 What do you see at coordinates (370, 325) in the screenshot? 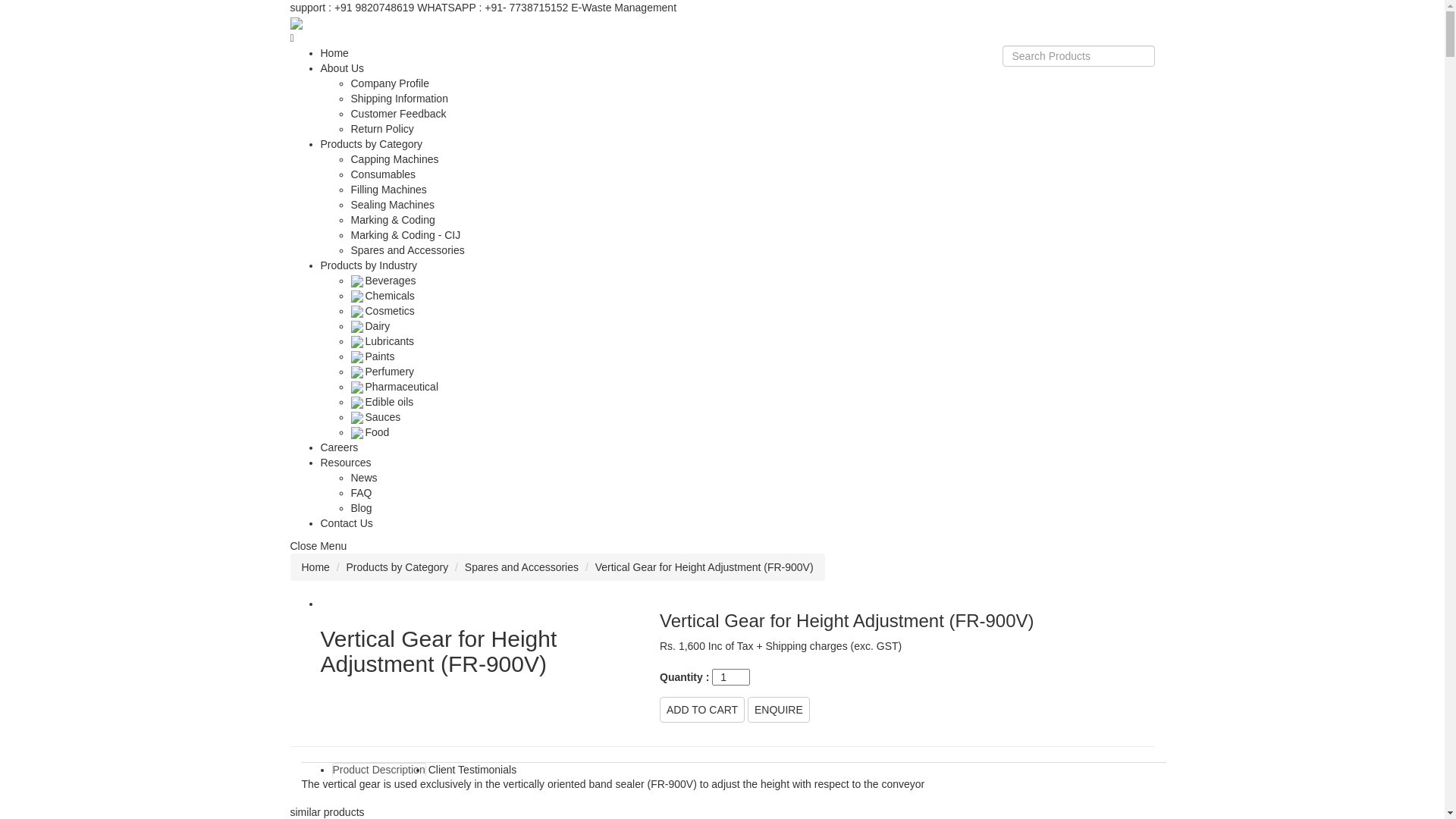
I see `'Dairy'` at bounding box center [370, 325].